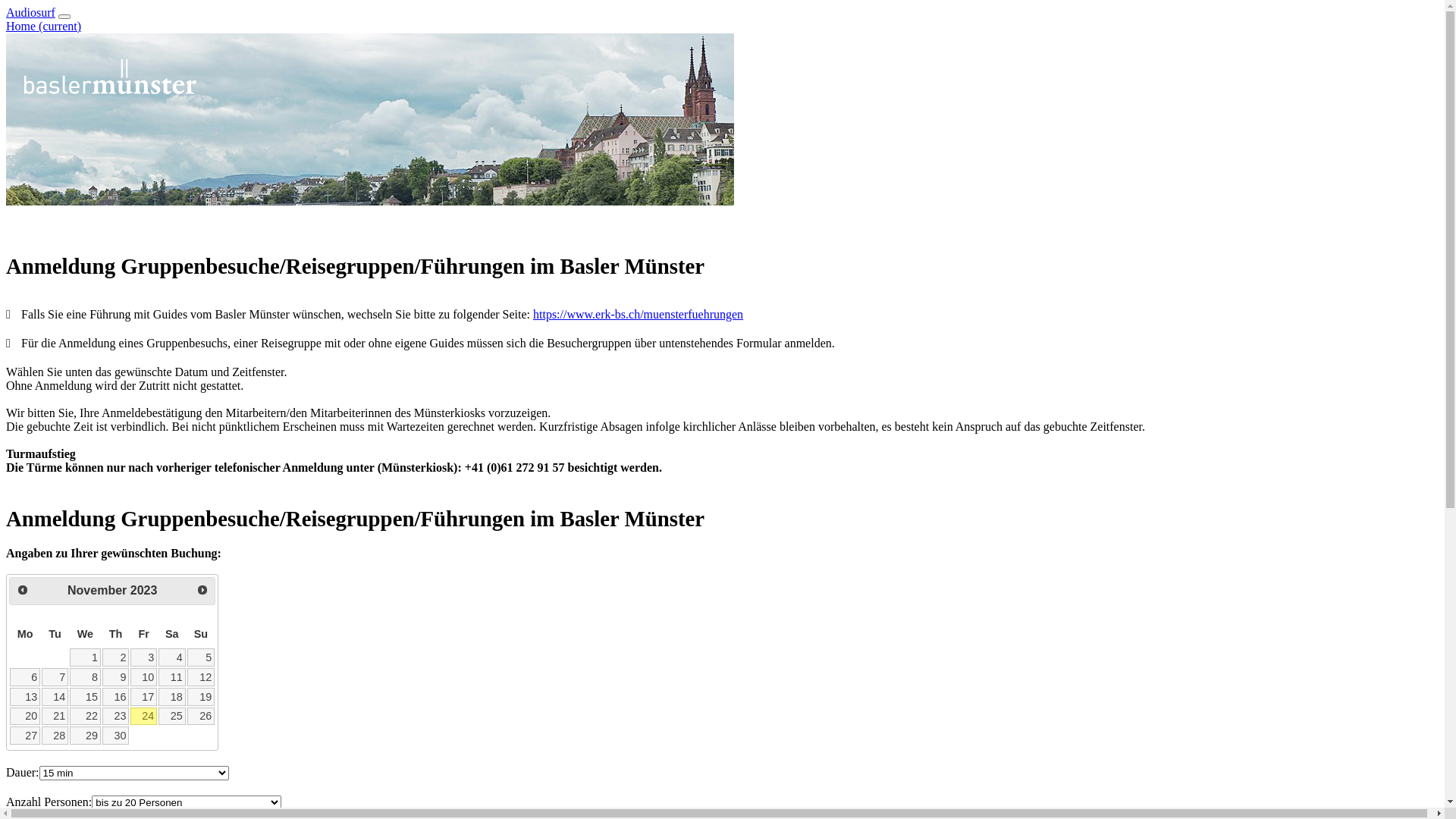 The width and height of the screenshot is (1456, 819). What do you see at coordinates (638, 314) in the screenshot?
I see `'https://www.erk-bs.ch/muensterfuehrungen'` at bounding box center [638, 314].